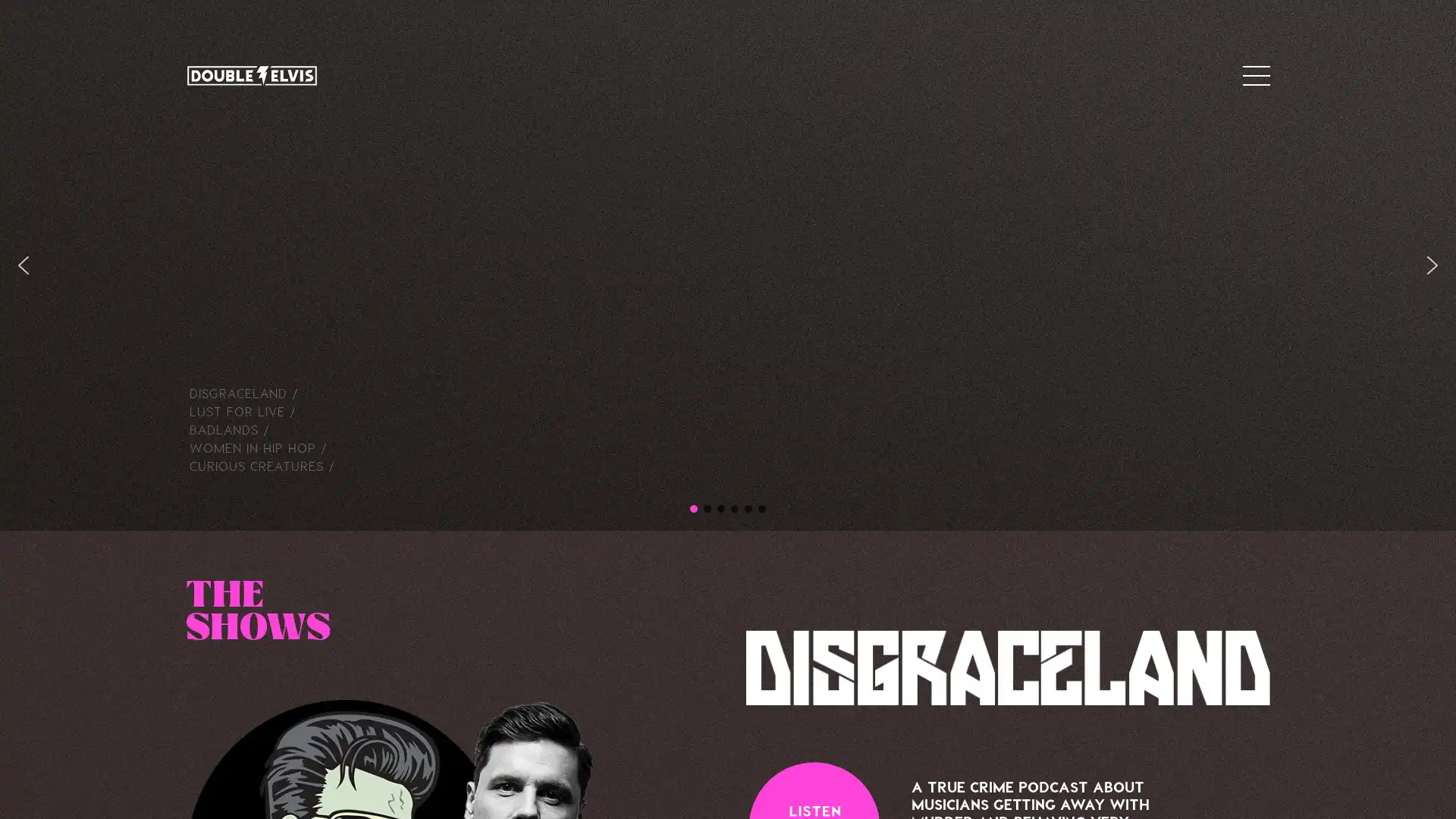  What do you see at coordinates (919, 292) in the screenshot?
I see `Close` at bounding box center [919, 292].